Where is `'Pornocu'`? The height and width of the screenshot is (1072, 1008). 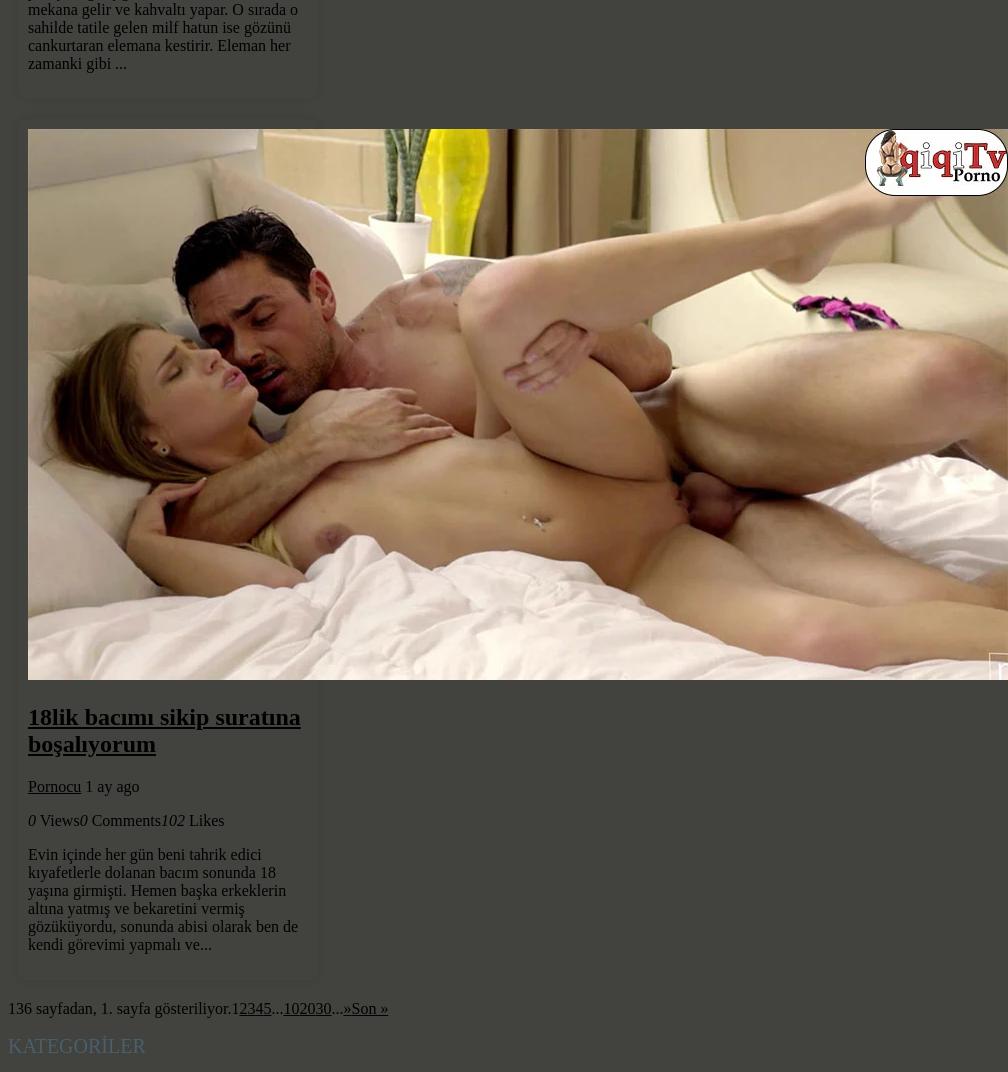
'Pornocu' is located at coordinates (54, 786).